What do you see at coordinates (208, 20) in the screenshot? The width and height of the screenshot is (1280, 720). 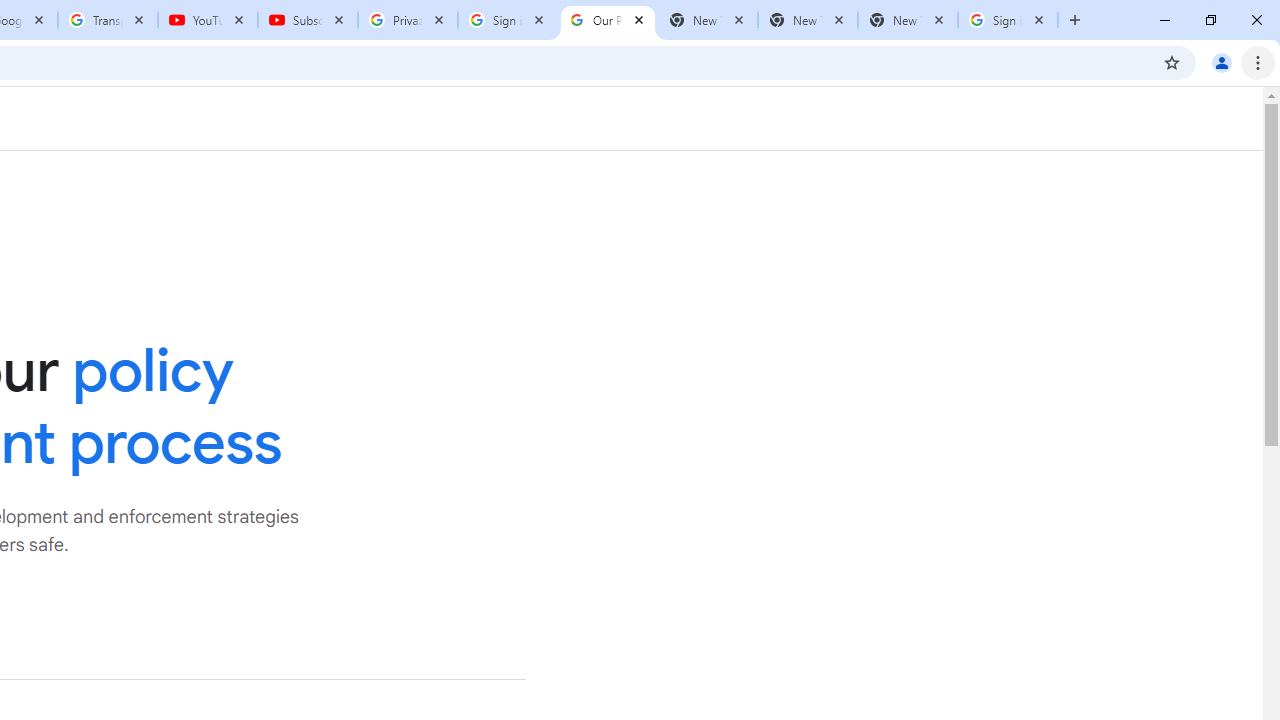 I see `'YouTube'` at bounding box center [208, 20].